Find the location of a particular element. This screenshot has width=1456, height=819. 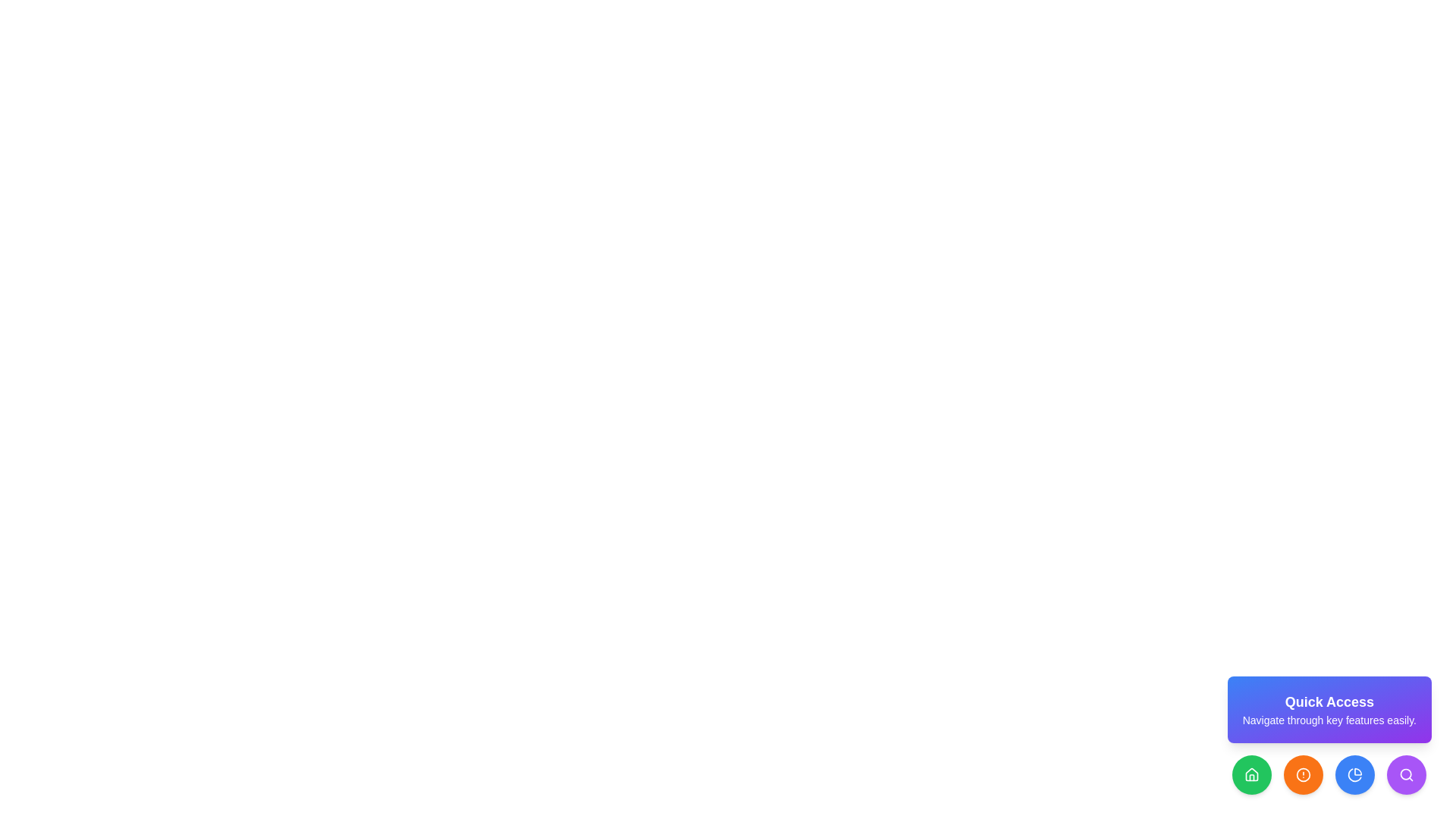

the fourth button is located at coordinates (1354, 775).